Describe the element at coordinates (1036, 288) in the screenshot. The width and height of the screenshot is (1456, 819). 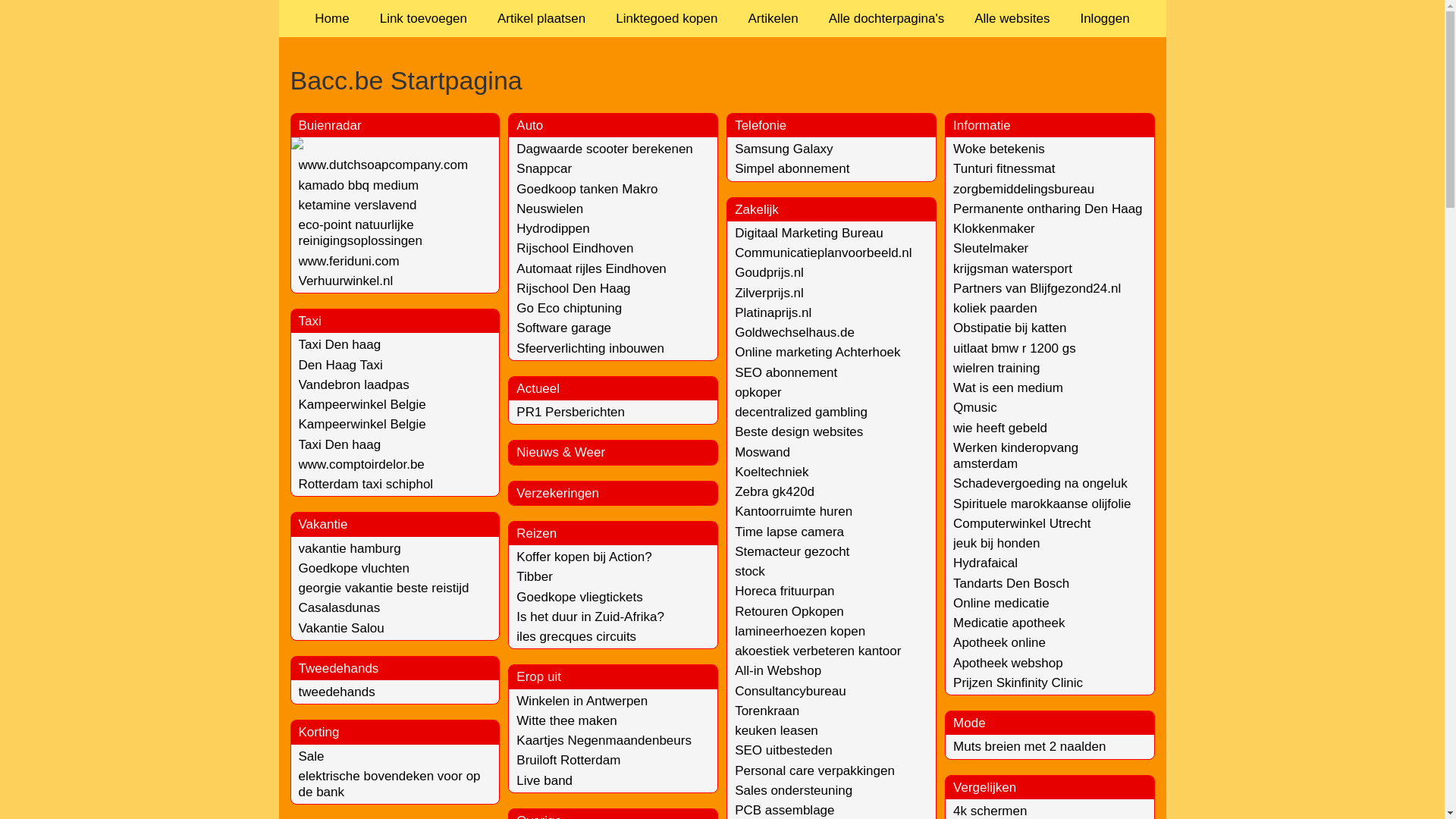
I see `'Partners van Blijfgezond24.nl'` at that location.